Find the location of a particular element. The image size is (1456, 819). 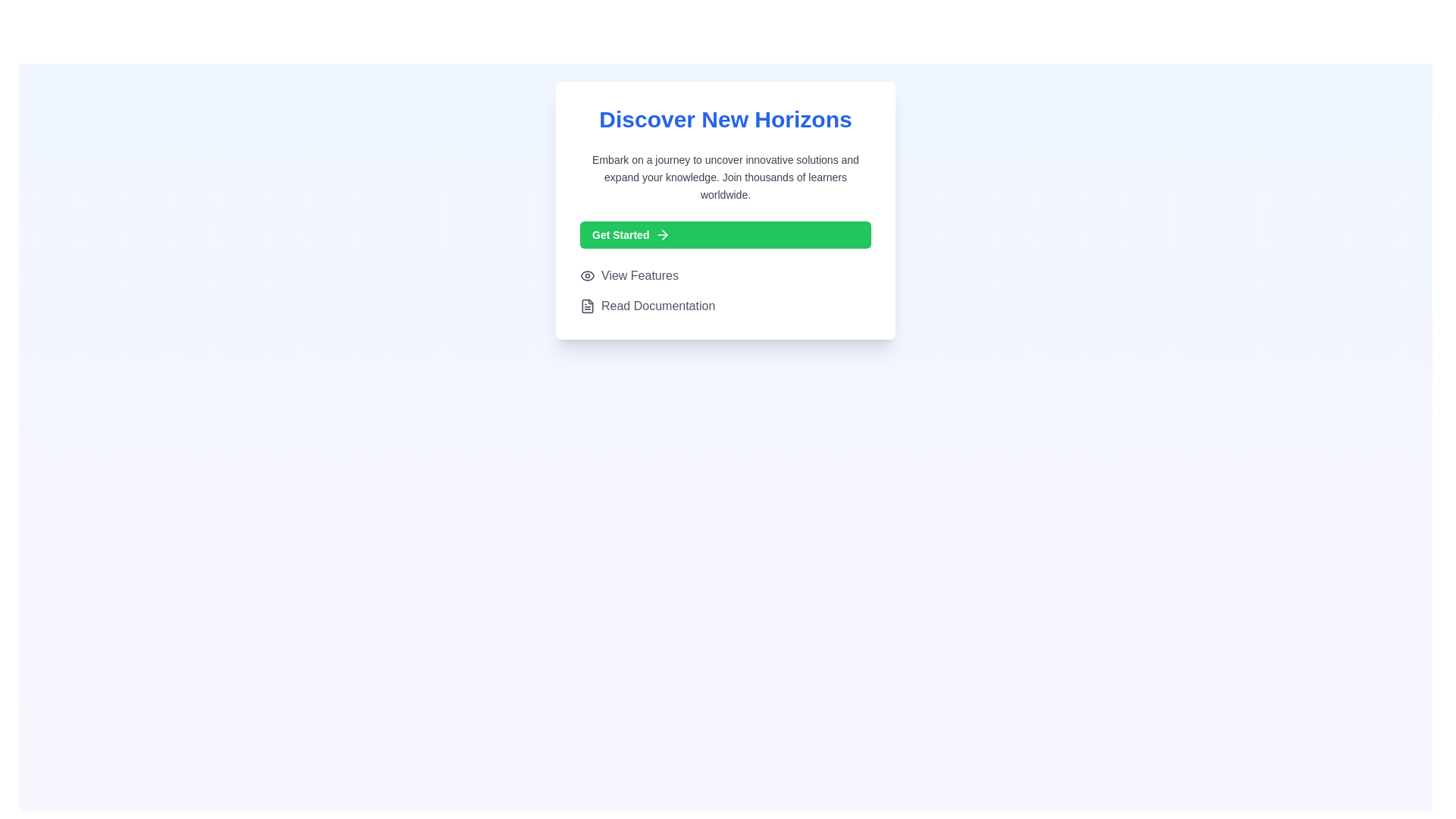

the text label located to the right of the eye icon is located at coordinates (640, 276).